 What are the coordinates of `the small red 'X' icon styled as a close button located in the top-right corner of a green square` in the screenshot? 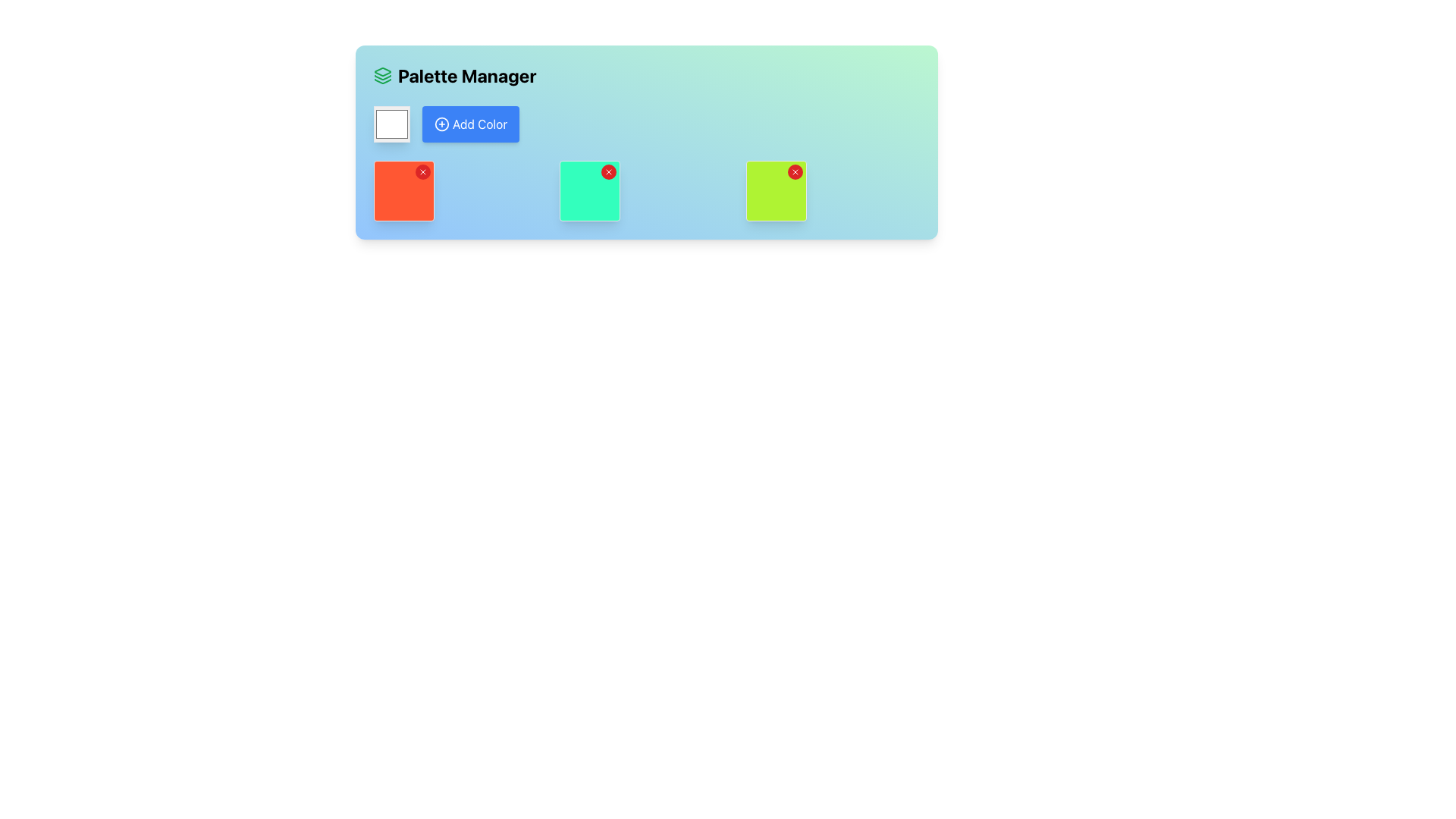 It's located at (422, 171).